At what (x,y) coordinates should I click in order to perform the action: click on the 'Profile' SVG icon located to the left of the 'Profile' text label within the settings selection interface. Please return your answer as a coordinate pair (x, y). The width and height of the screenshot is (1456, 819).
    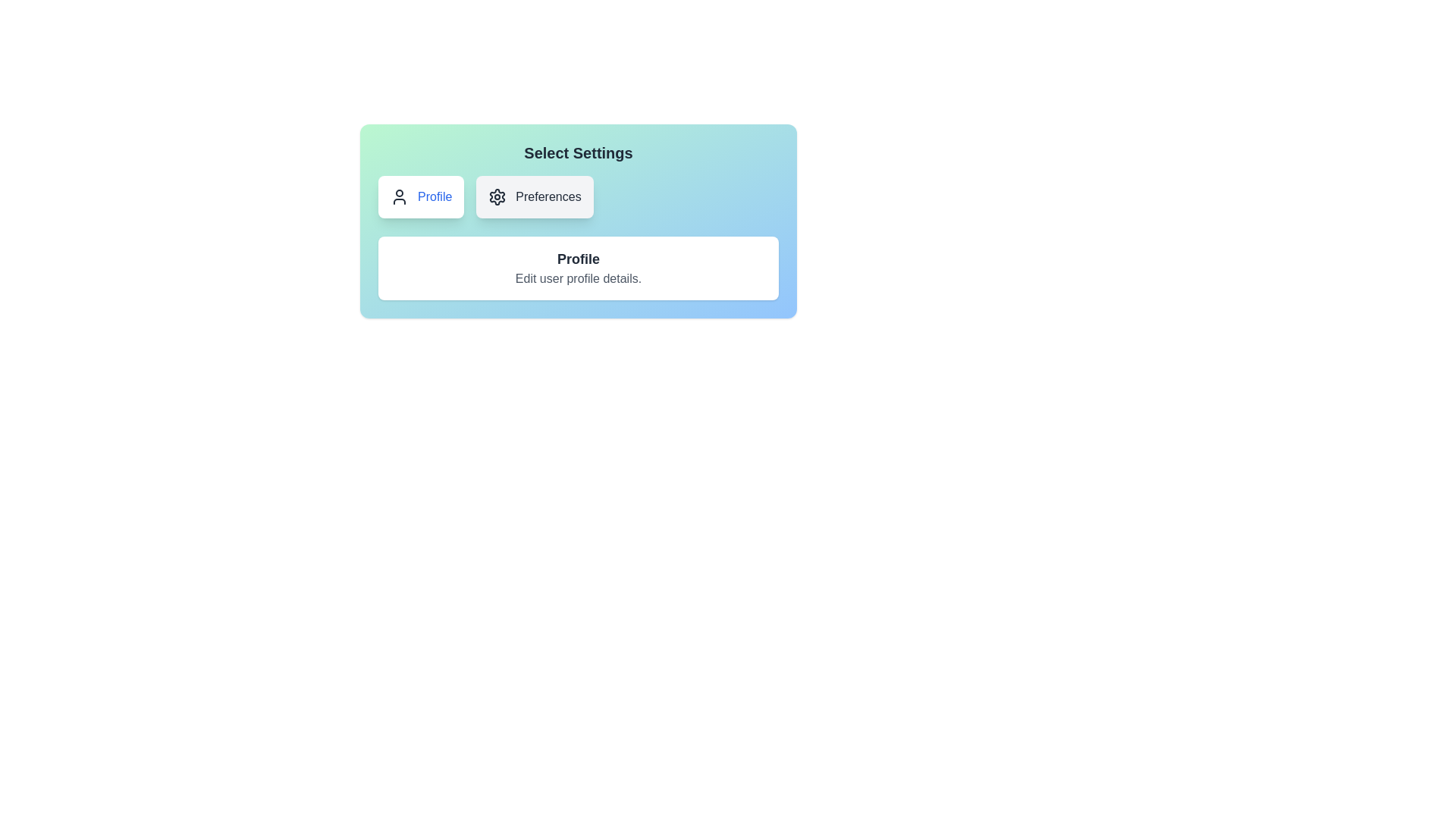
    Looking at the image, I should click on (400, 196).